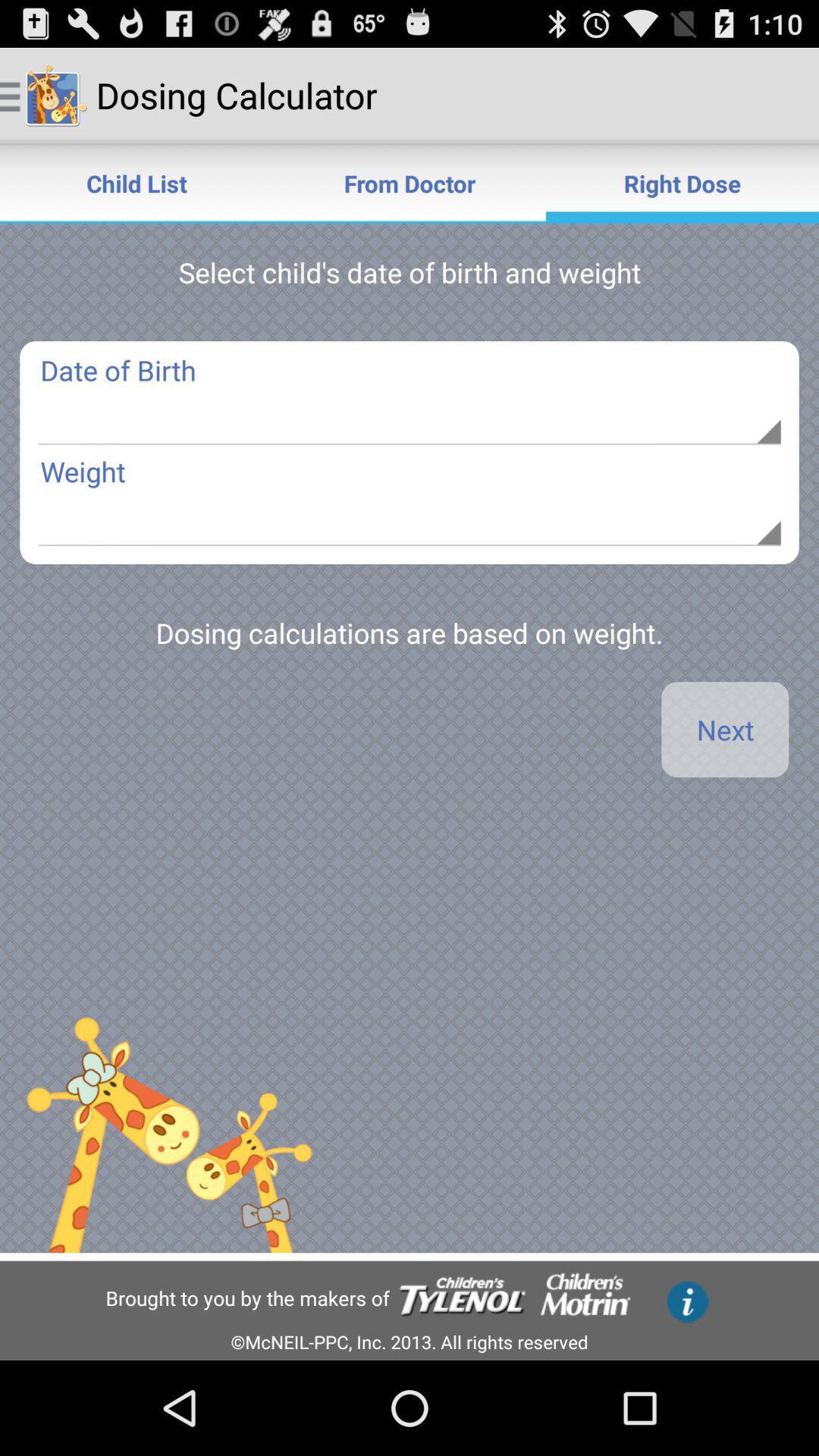 The height and width of the screenshot is (1456, 819). Describe the element at coordinates (136, 182) in the screenshot. I see `the app above the select child s item` at that location.